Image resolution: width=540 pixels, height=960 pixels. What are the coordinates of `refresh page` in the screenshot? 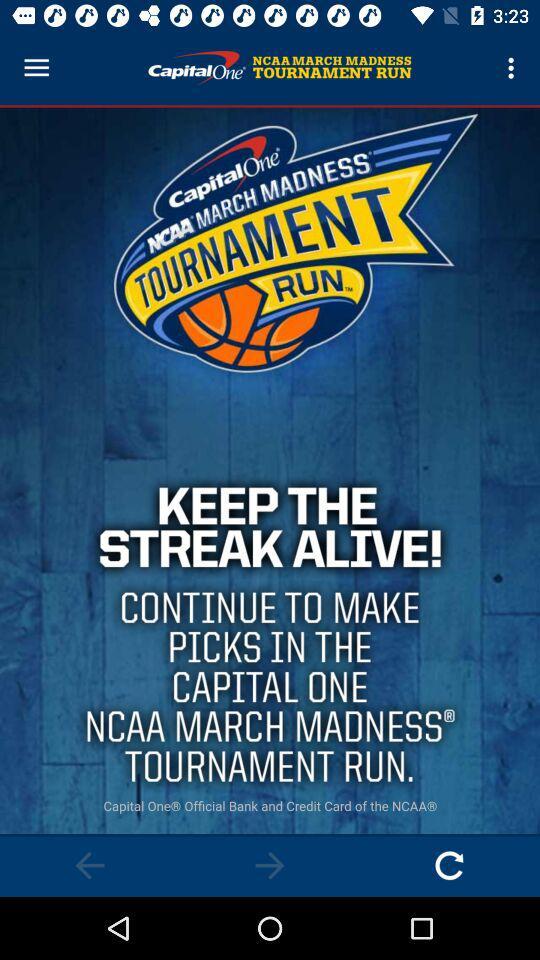 It's located at (449, 864).